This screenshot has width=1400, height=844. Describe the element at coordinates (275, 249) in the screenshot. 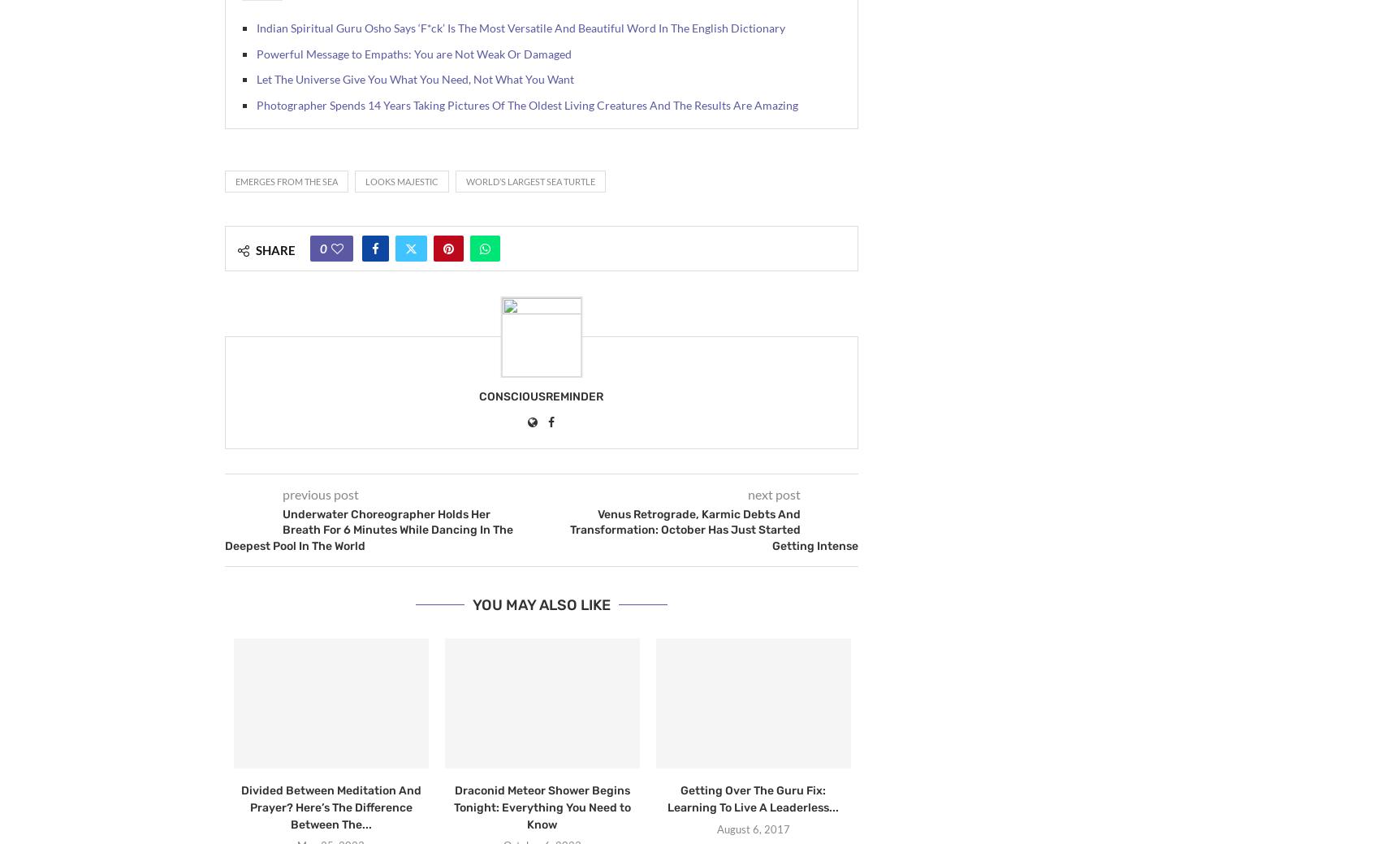

I see `'Share'` at that location.